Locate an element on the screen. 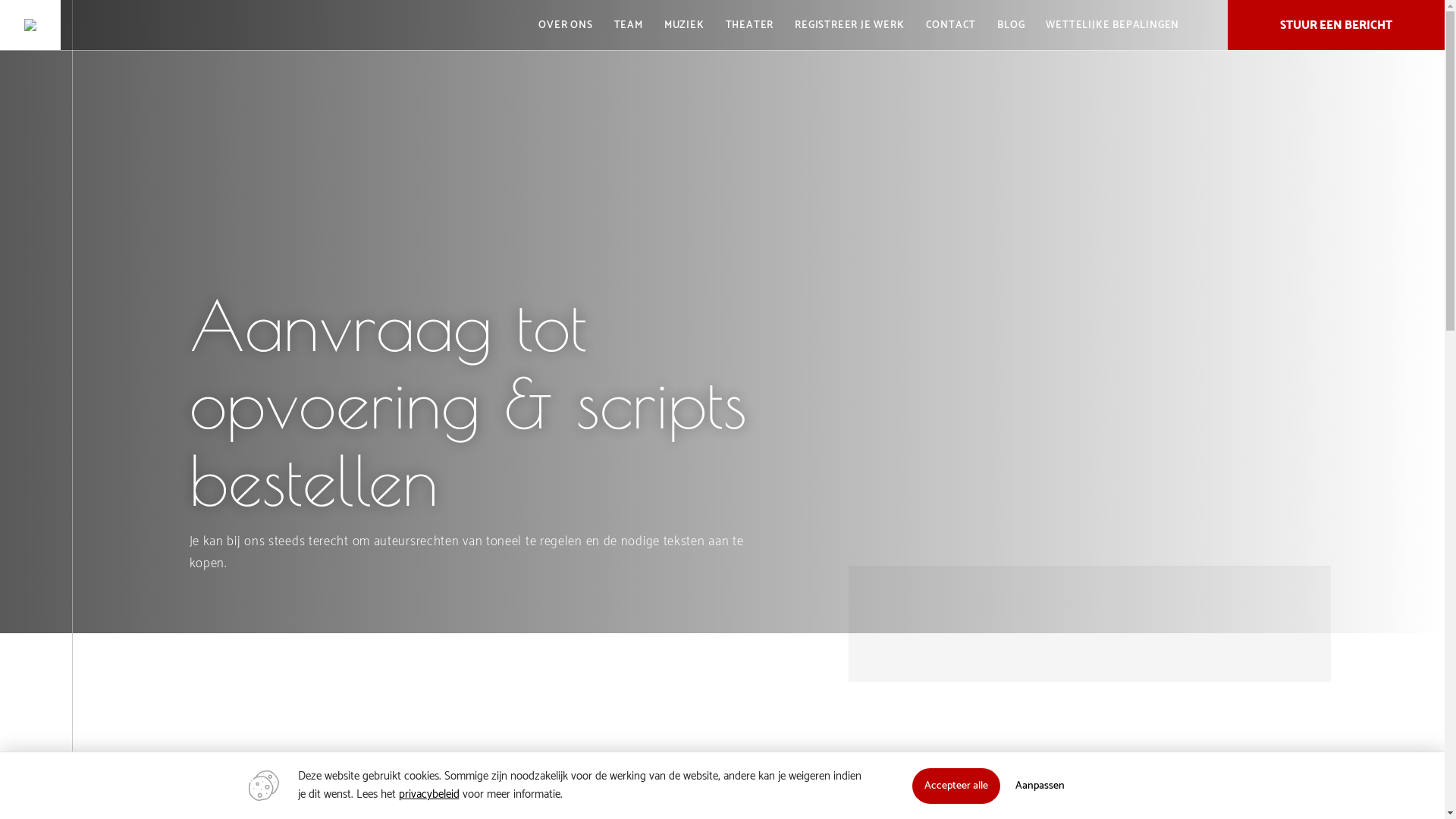  'privacybeleid' is located at coordinates (428, 793).